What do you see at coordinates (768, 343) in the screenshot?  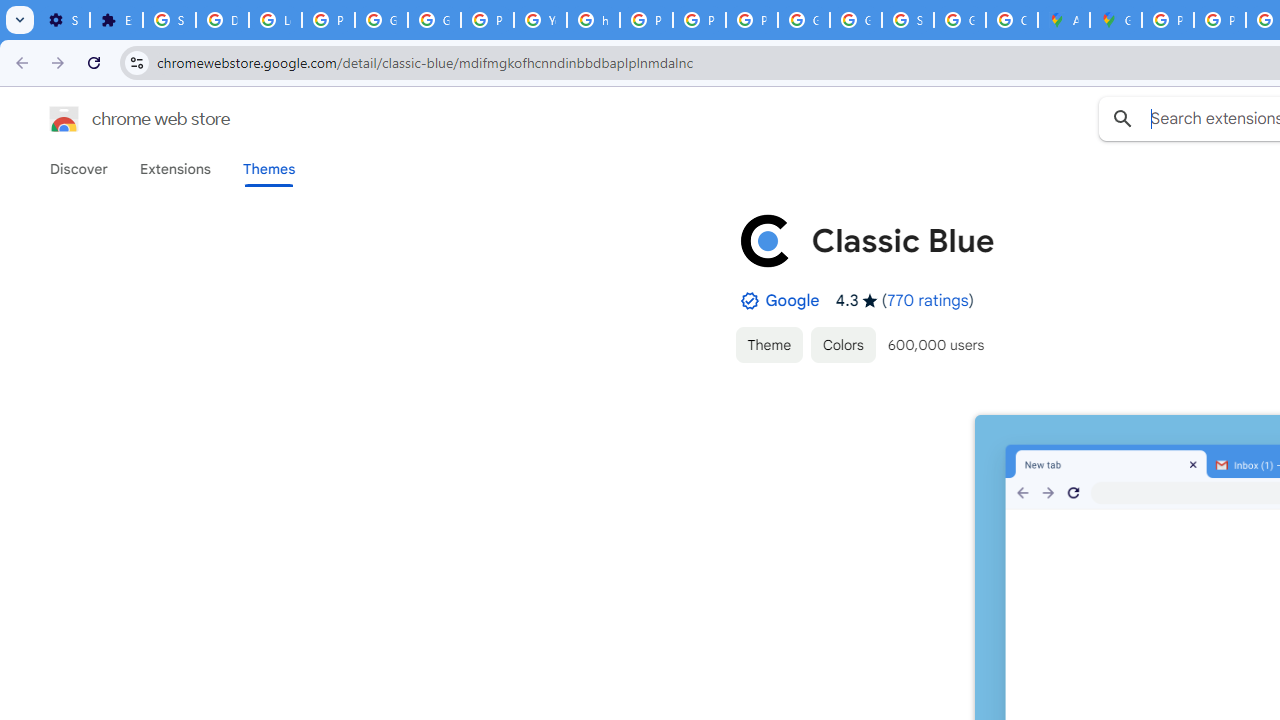 I see `'Theme'` at bounding box center [768, 343].